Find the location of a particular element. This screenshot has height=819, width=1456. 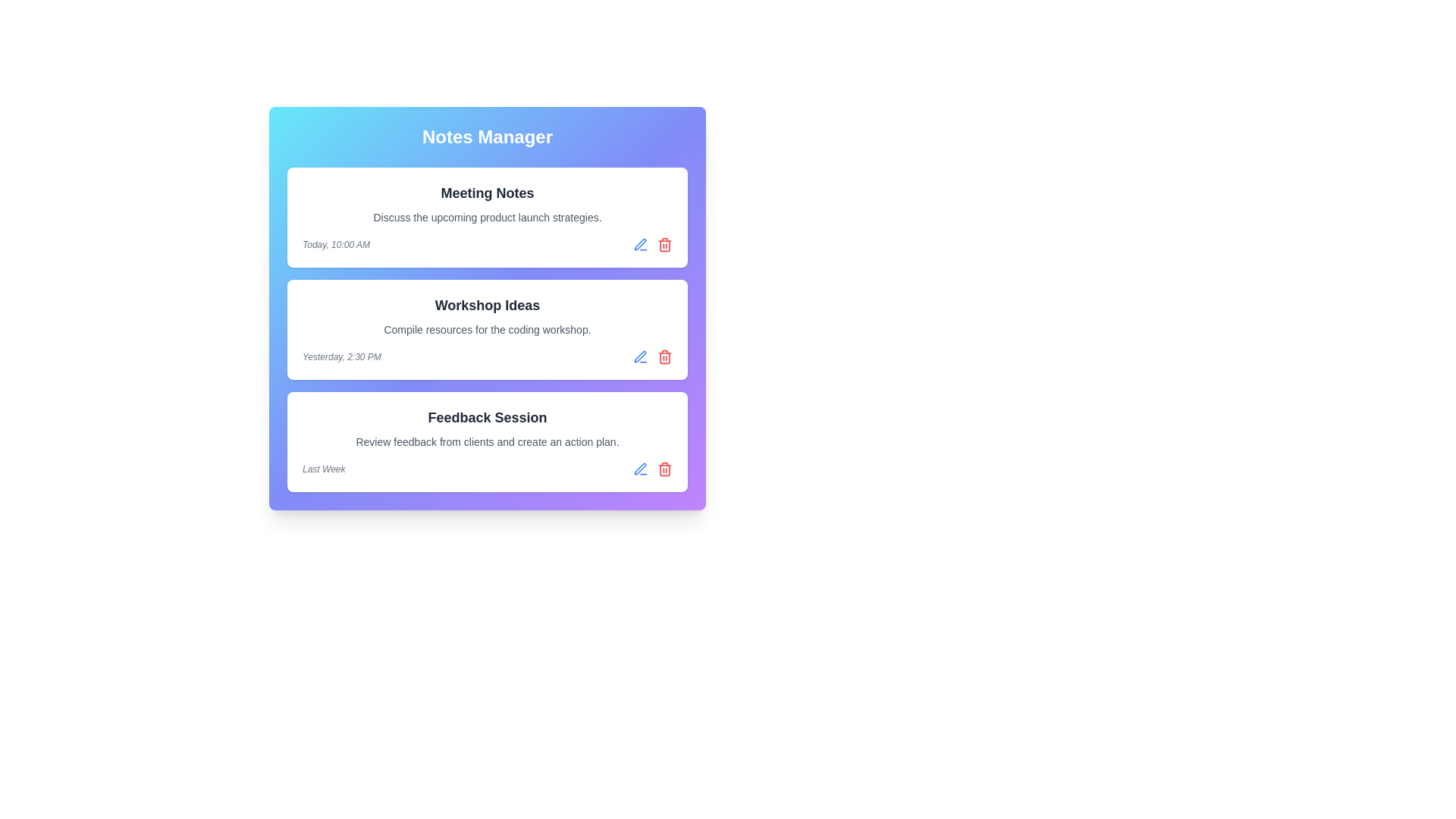

the trash icon of the note titled Feedback Session to delete it is located at coordinates (665, 468).